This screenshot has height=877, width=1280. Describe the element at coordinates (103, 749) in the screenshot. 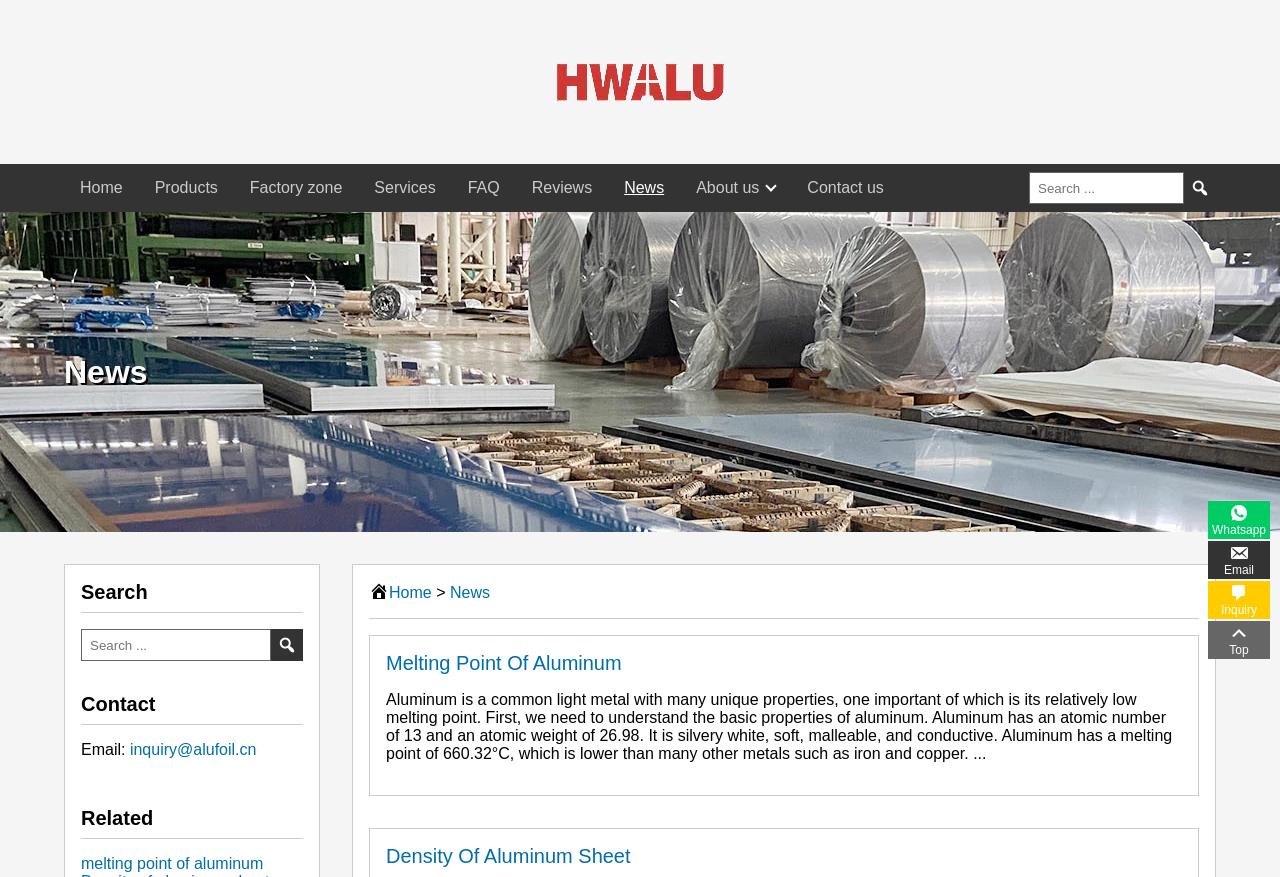

I see `'Email:'` at that location.